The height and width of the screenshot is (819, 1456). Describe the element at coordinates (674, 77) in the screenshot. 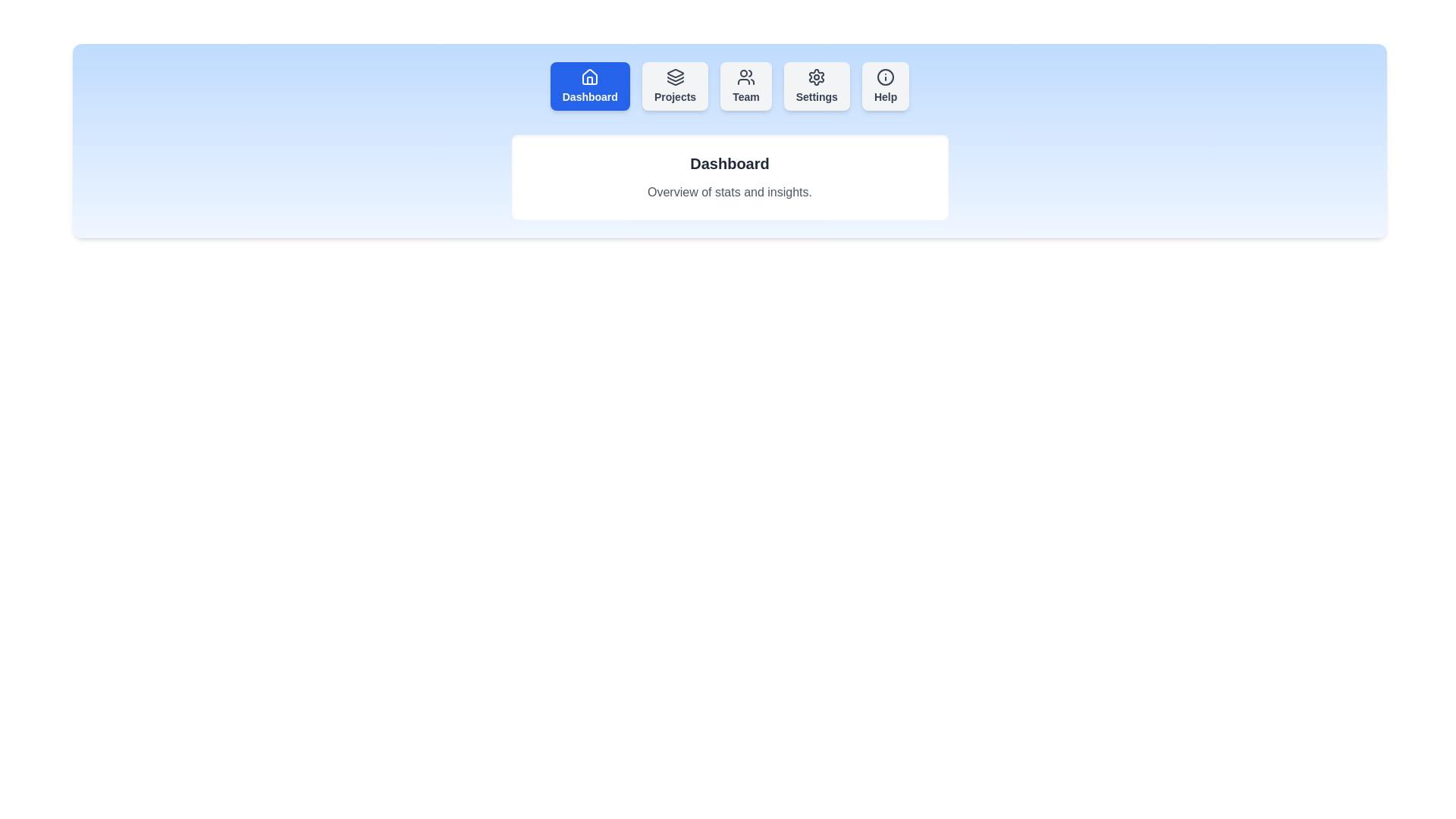

I see `the icon of the Projects tab` at that location.